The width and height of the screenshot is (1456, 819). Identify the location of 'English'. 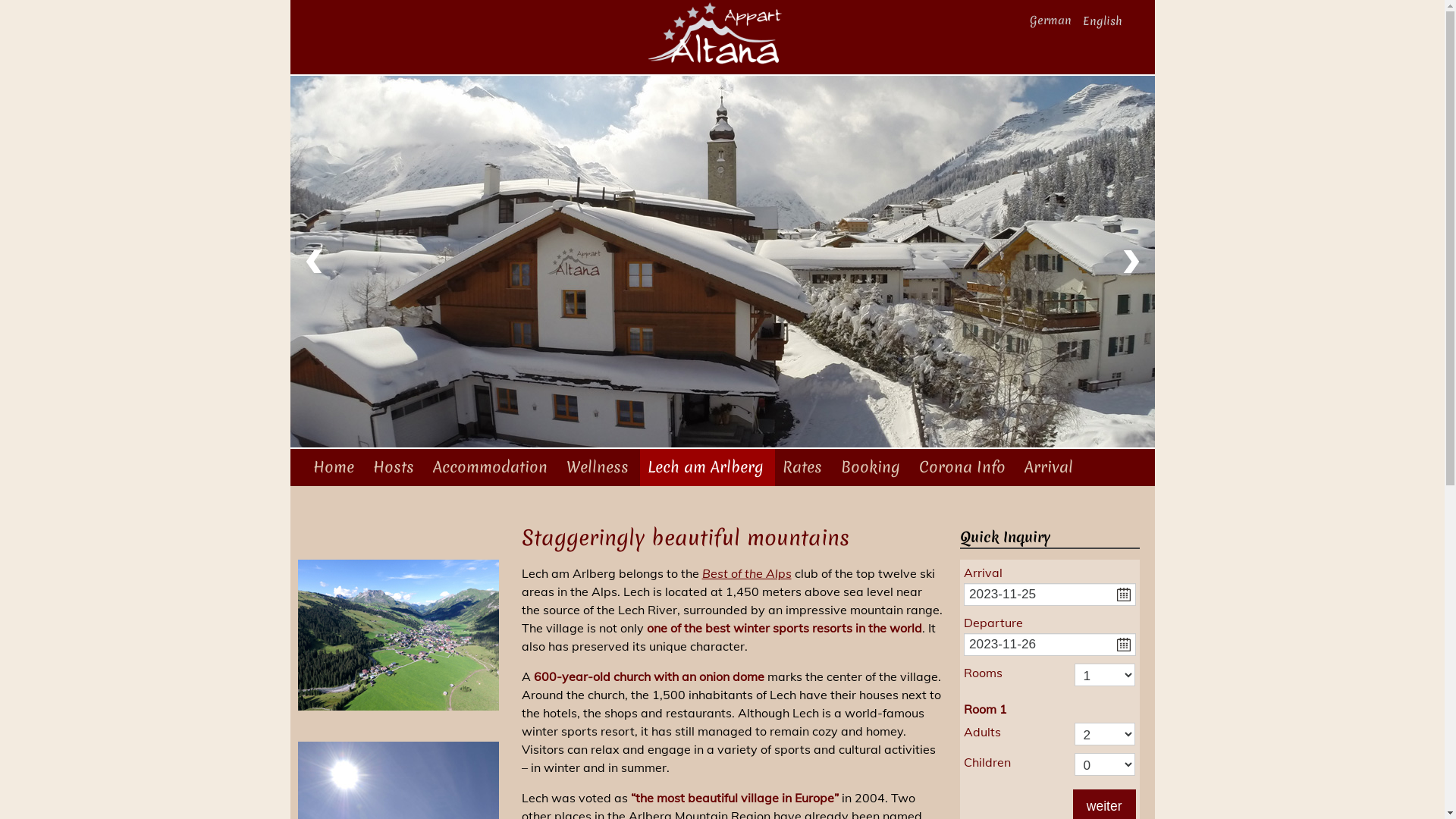
(1103, 20).